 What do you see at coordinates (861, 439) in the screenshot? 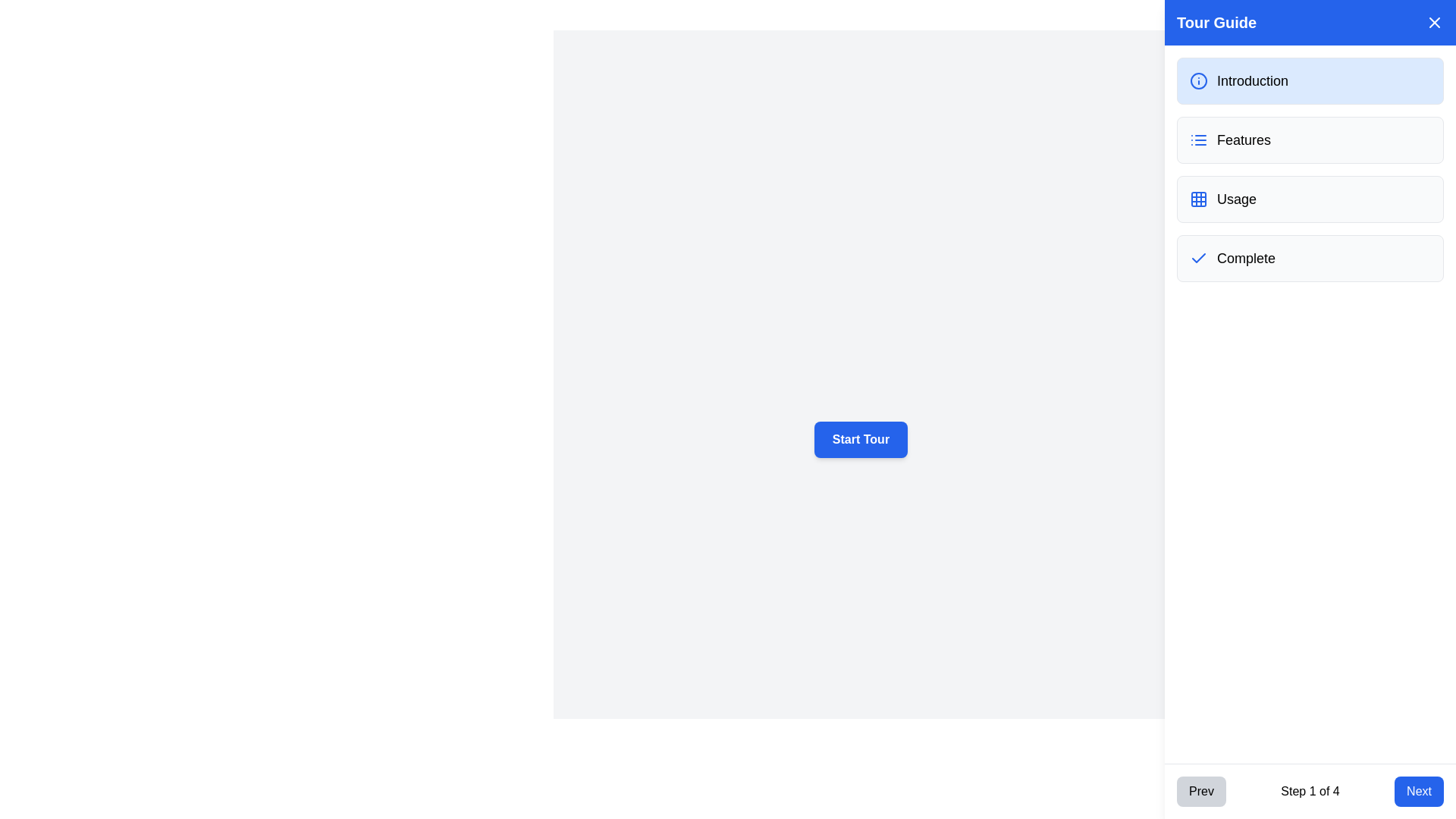
I see `the 'Start Tour' button, which is a rectangular button with a blue background and white bold text, to initiate the tour` at bounding box center [861, 439].